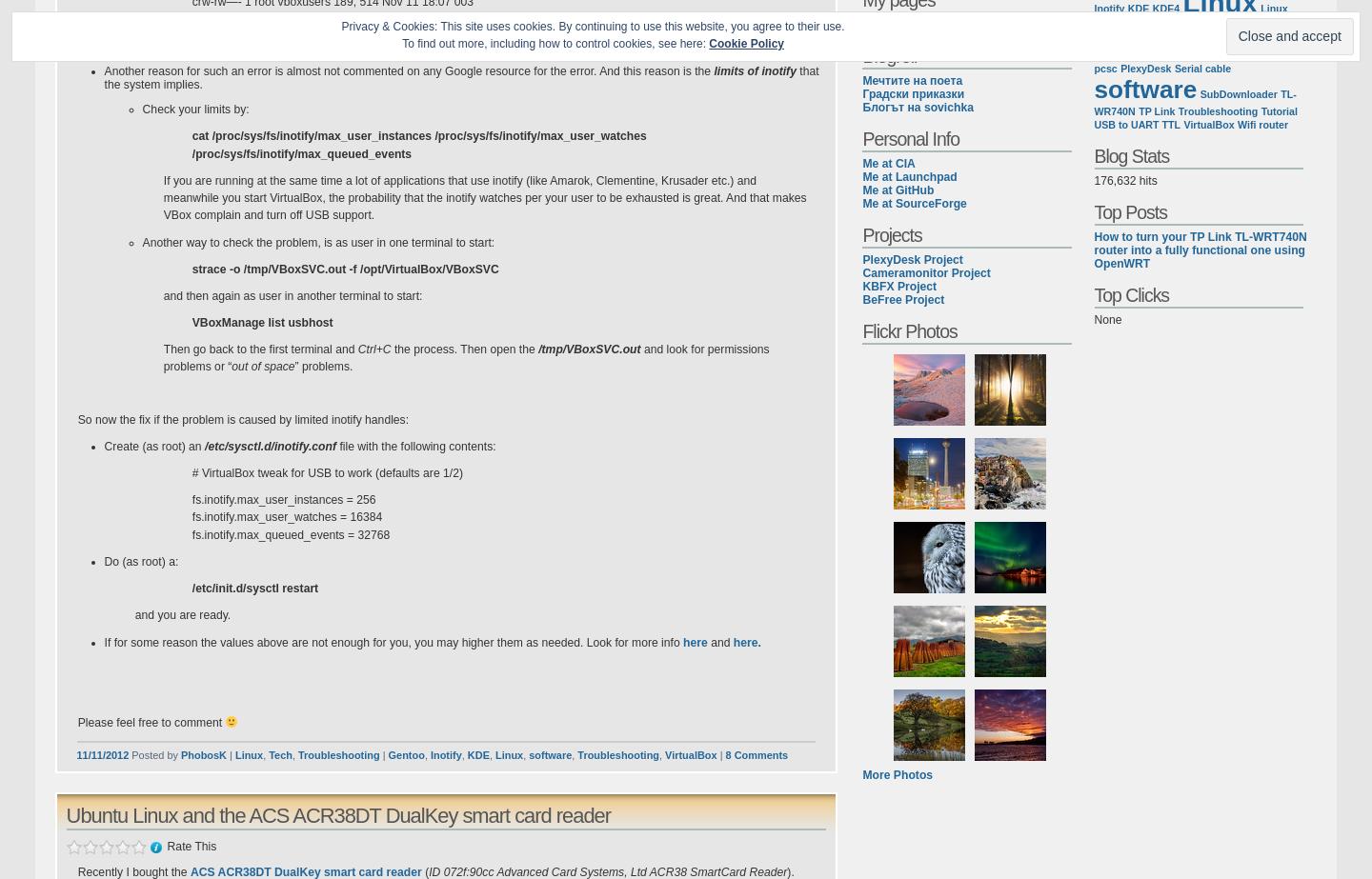 The width and height of the screenshot is (1372, 879). Describe the element at coordinates (392, 640) in the screenshot. I see `'If for some reason the values above are not enough for you, you may higher them as needed. Look for more info'` at that location.